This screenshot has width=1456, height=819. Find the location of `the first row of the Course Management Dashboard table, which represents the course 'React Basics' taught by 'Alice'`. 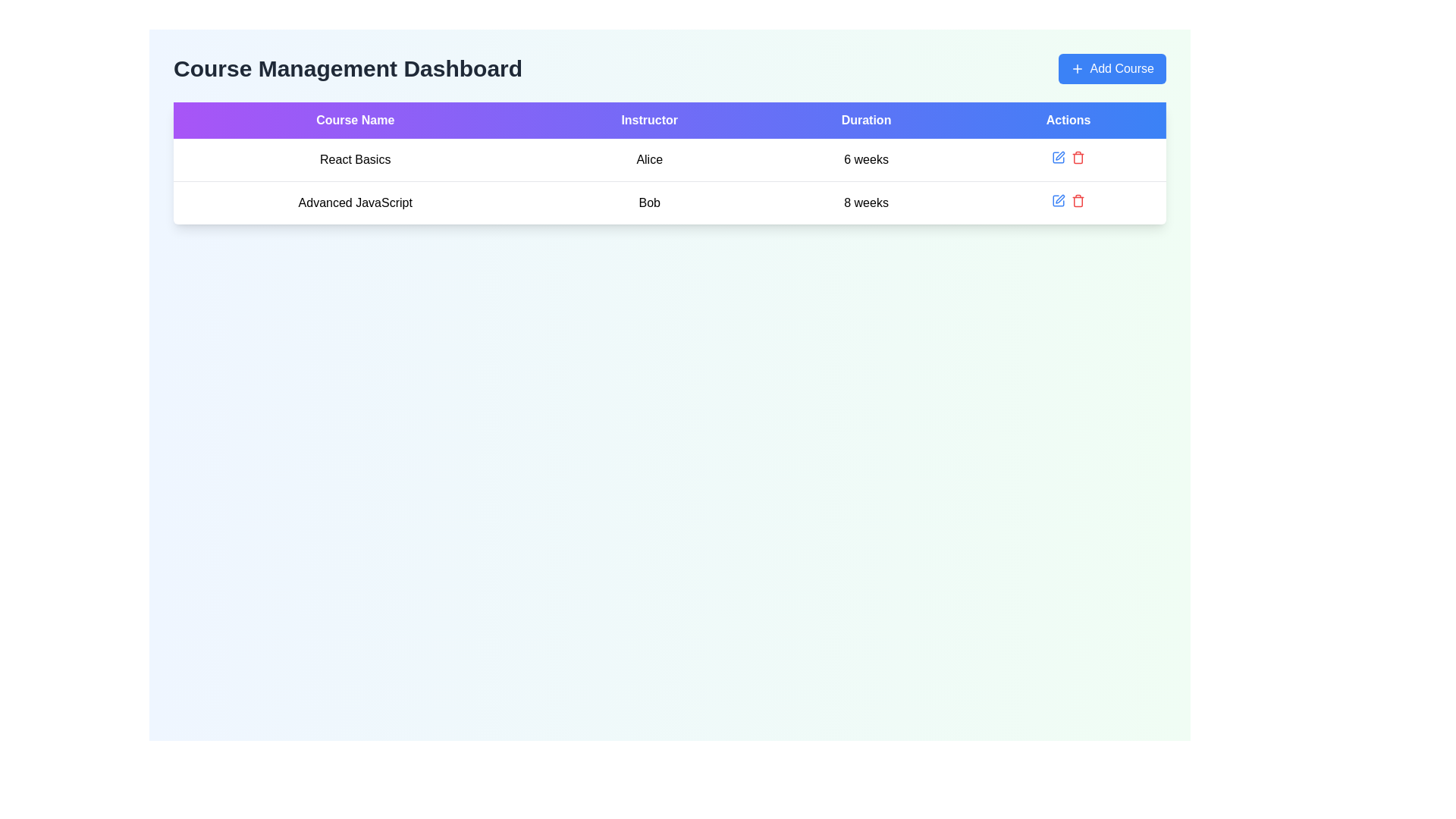

the first row of the Course Management Dashboard table, which represents the course 'React Basics' taught by 'Alice' is located at coordinates (669, 160).